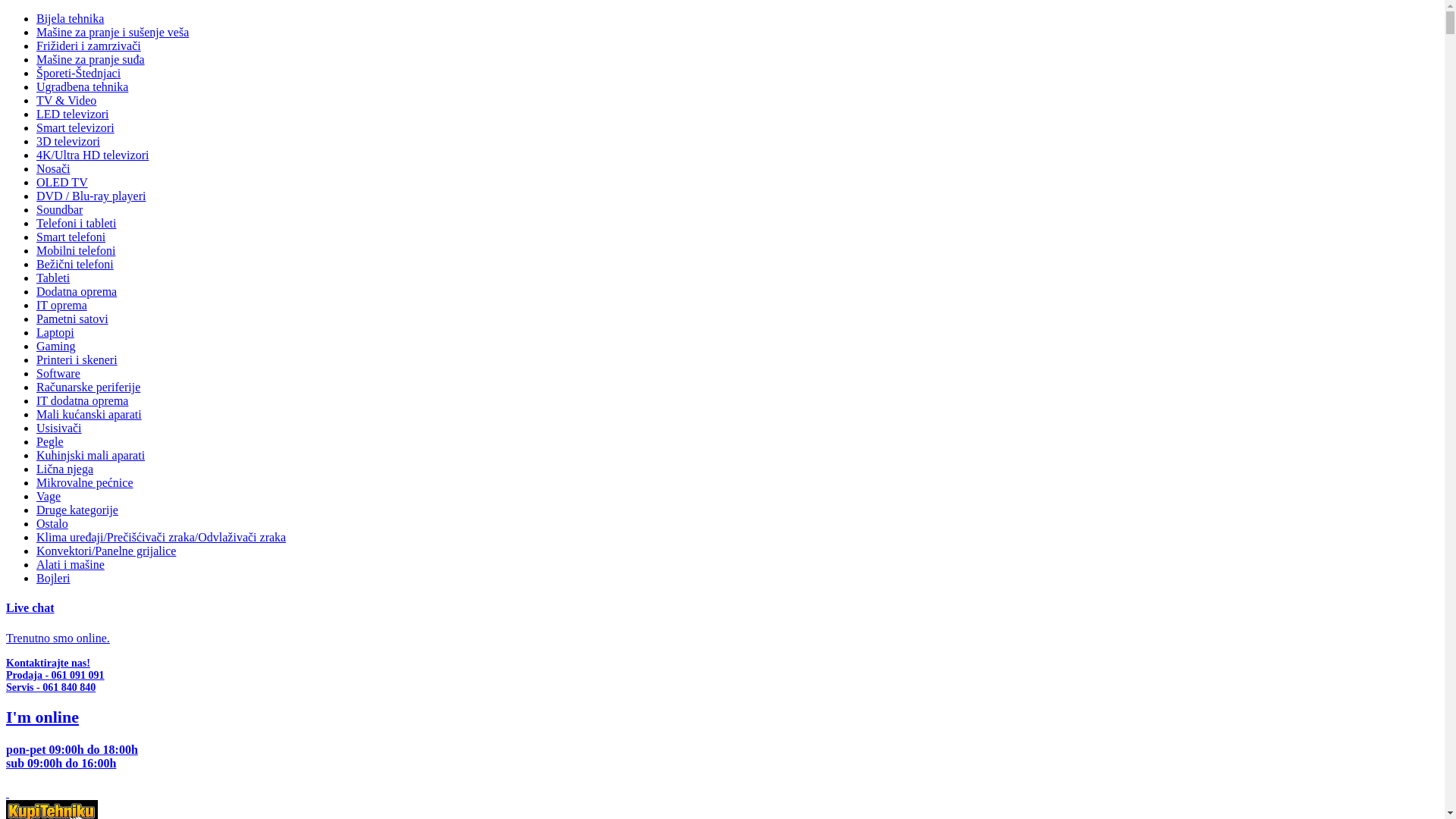  What do you see at coordinates (48, 496) in the screenshot?
I see `'Vage'` at bounding box center [48, 496].